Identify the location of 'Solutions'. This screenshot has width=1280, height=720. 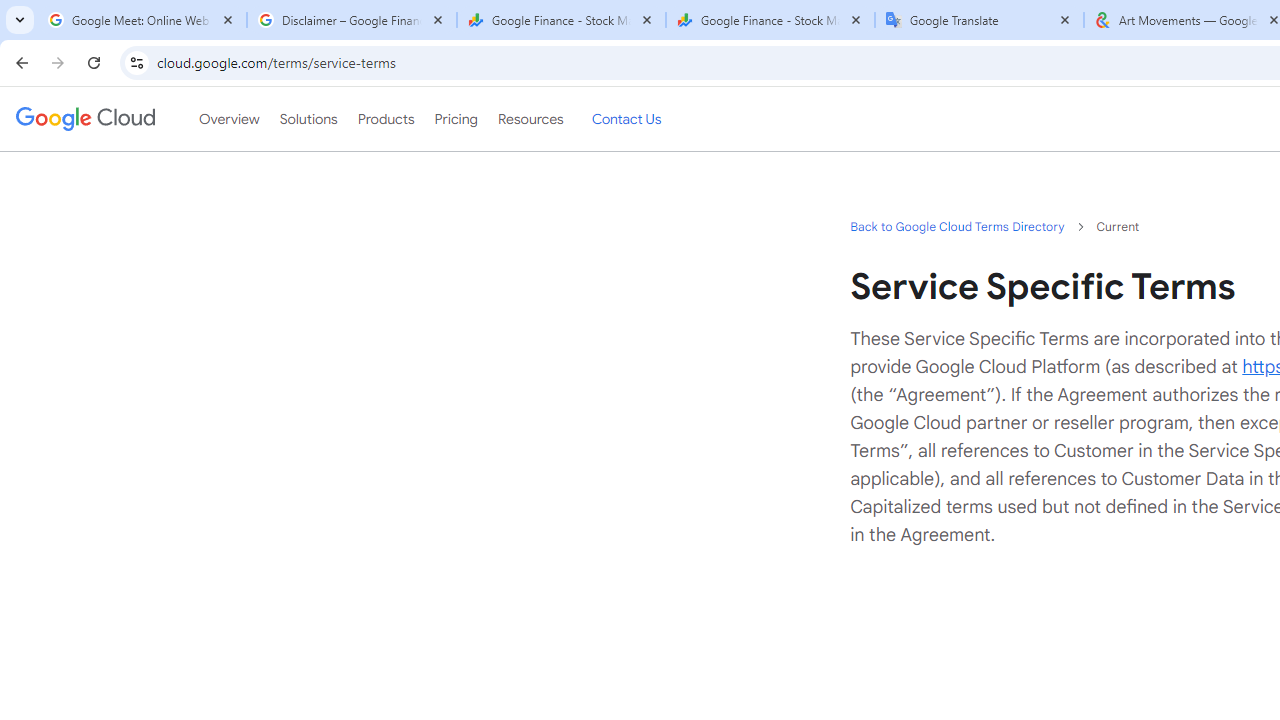
(307, 119).